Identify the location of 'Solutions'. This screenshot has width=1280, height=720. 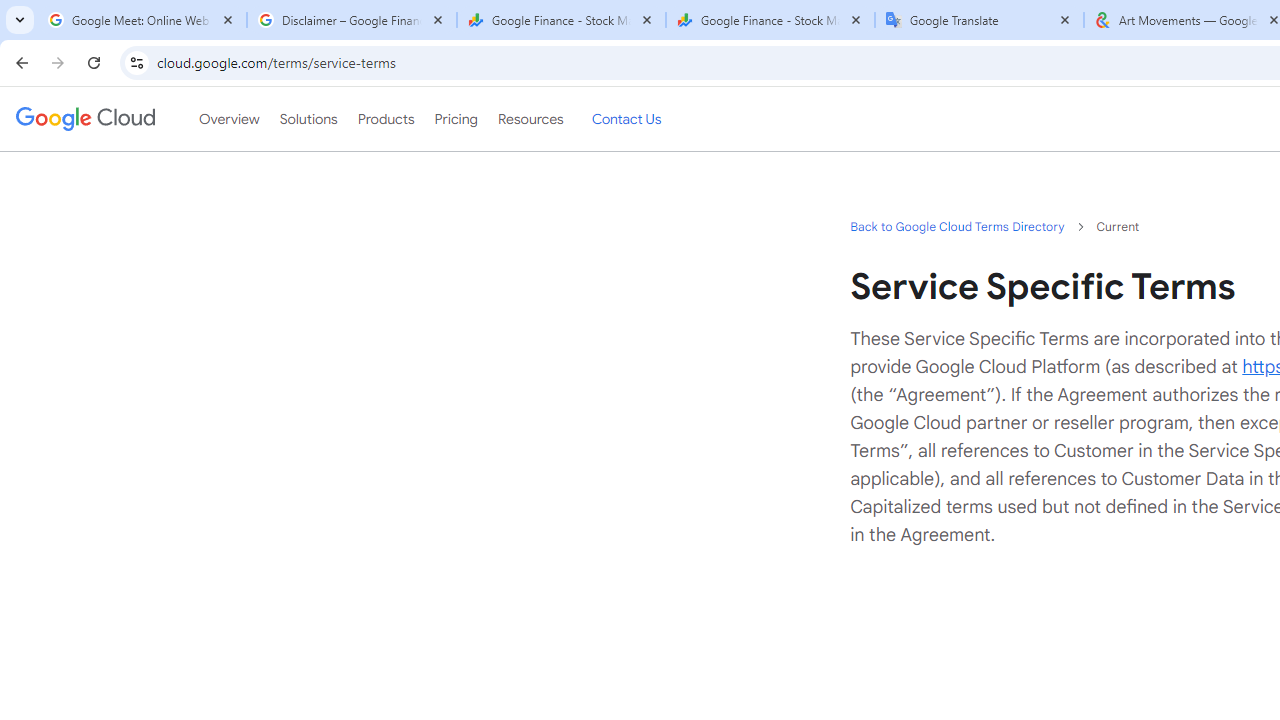
(307, 119).